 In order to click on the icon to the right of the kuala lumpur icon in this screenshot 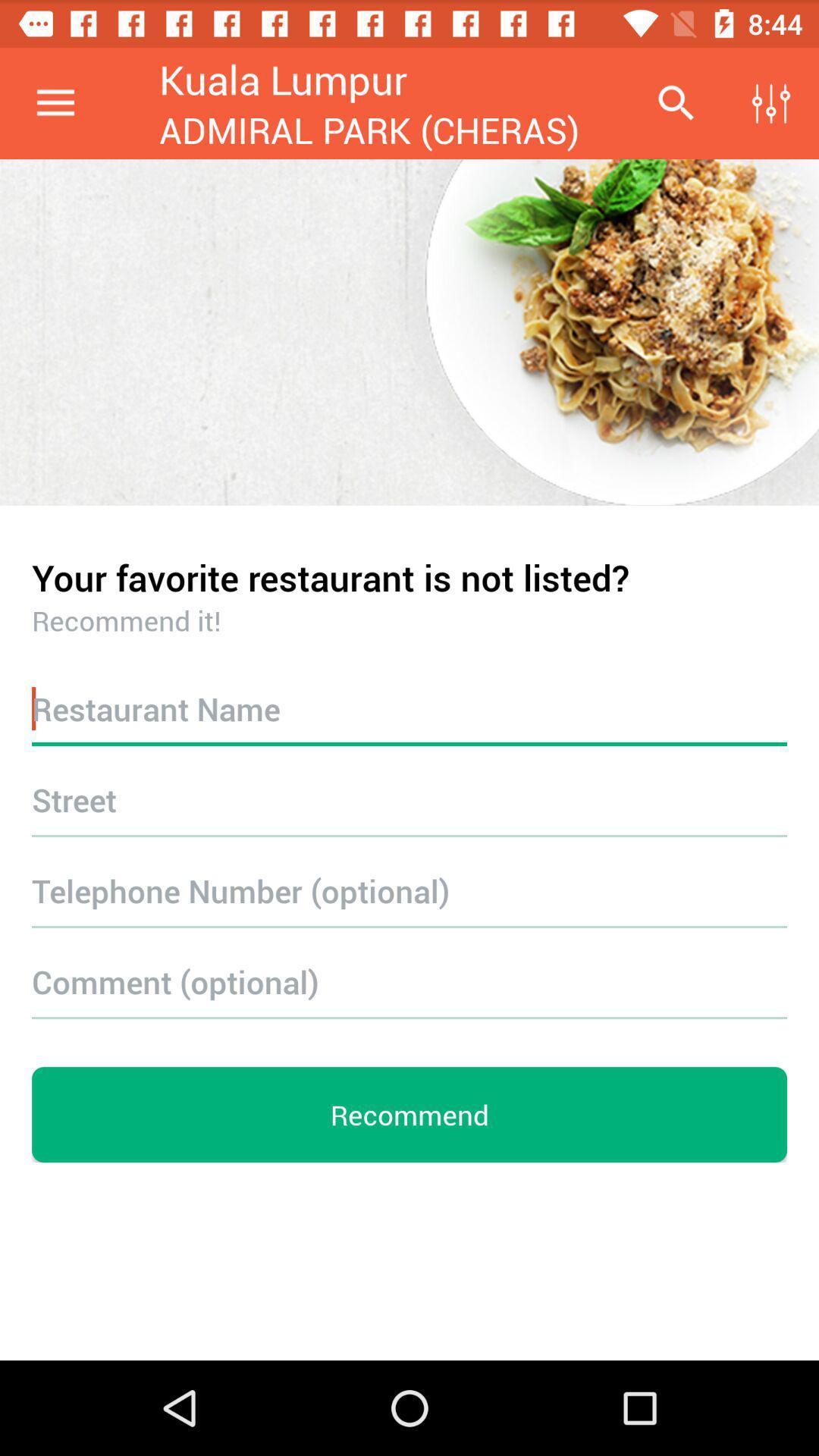, I will do `click(675, 102)`.